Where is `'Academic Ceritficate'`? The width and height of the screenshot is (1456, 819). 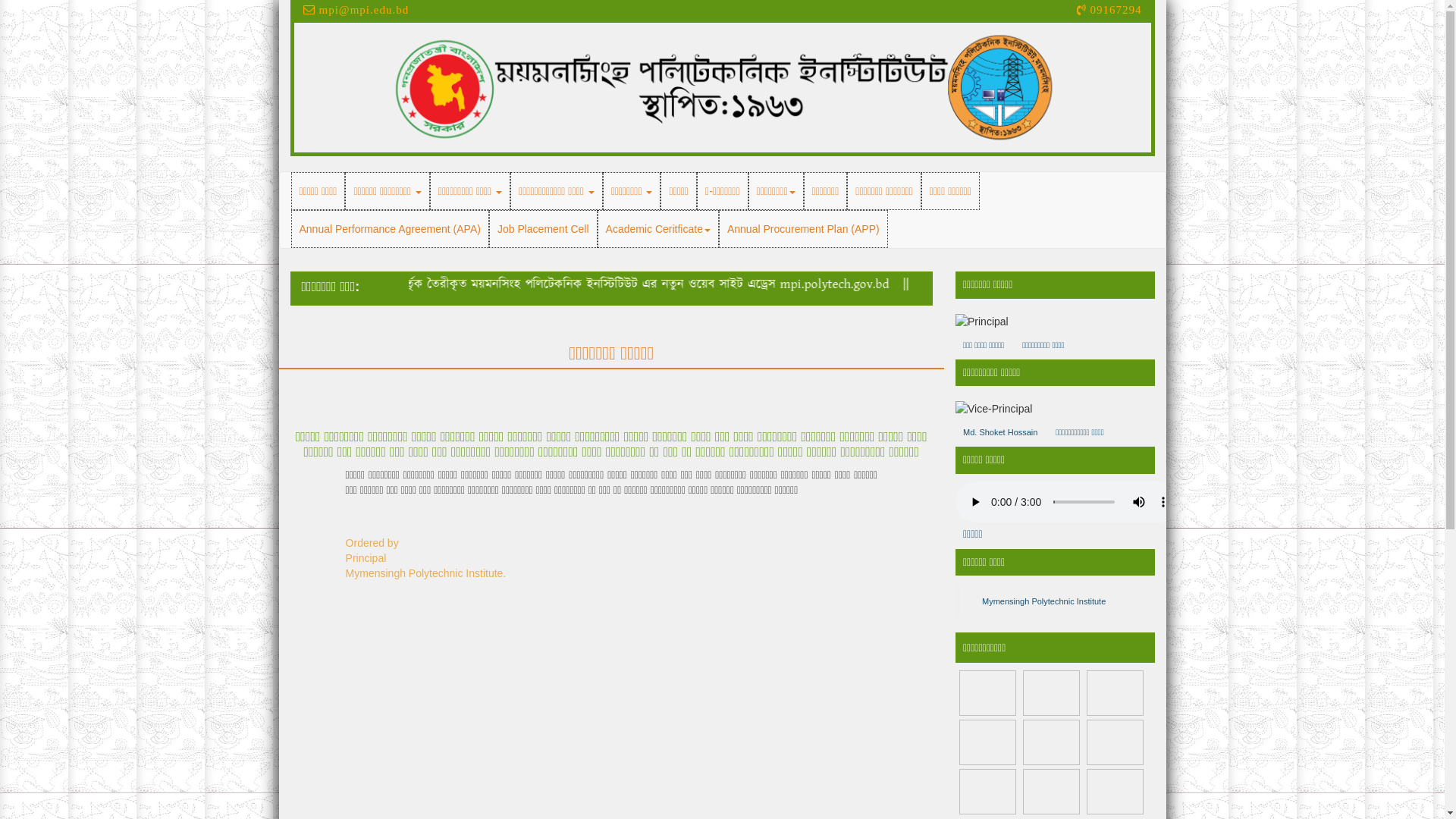 'Academic Ceritficate' is located at coordinates (658, 228).